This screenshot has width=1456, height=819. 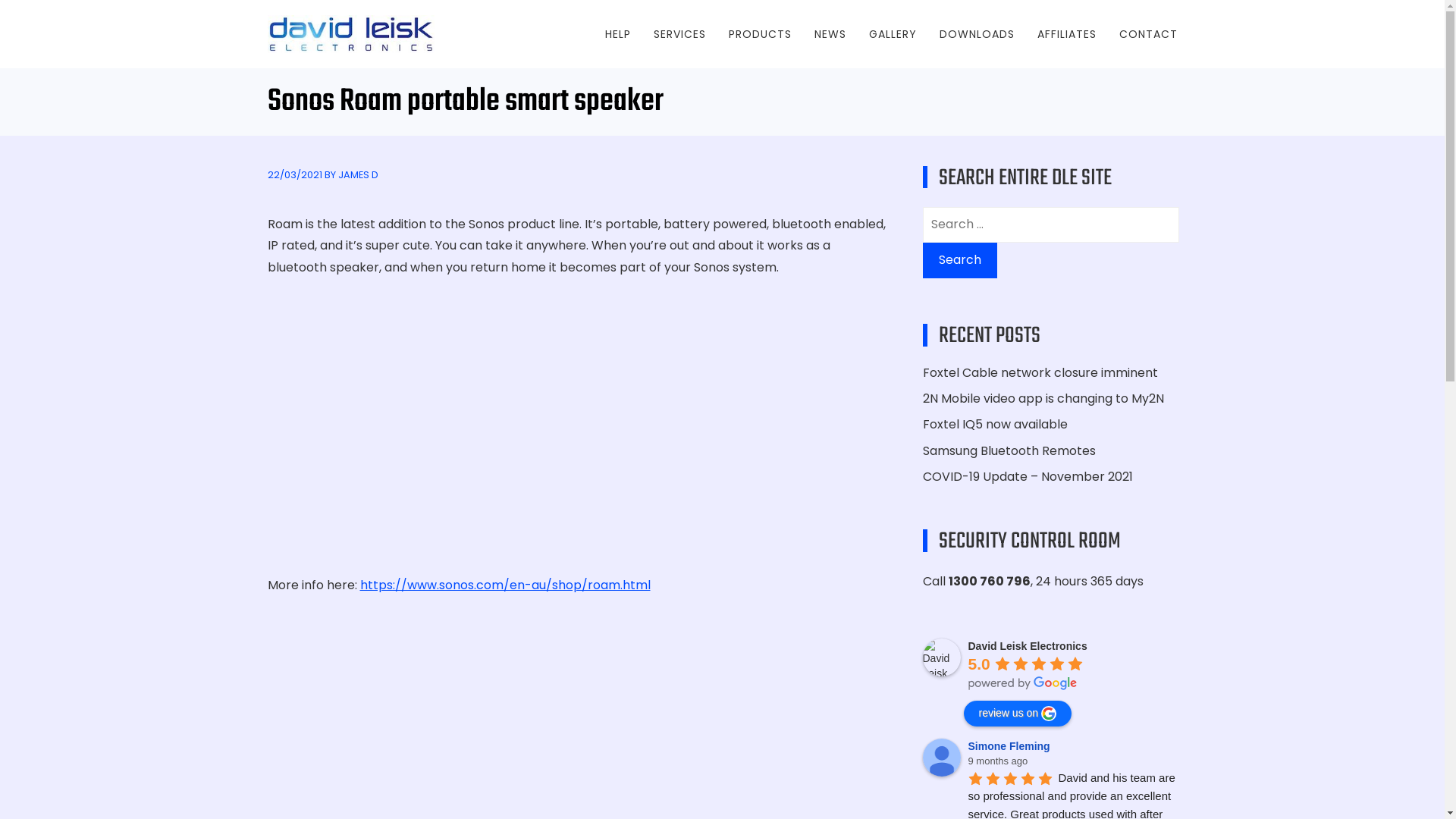 What do you see at coordinates (893, 34) in the screenshot?
I see `'GALLERY'` at bounding box center [893, 34].